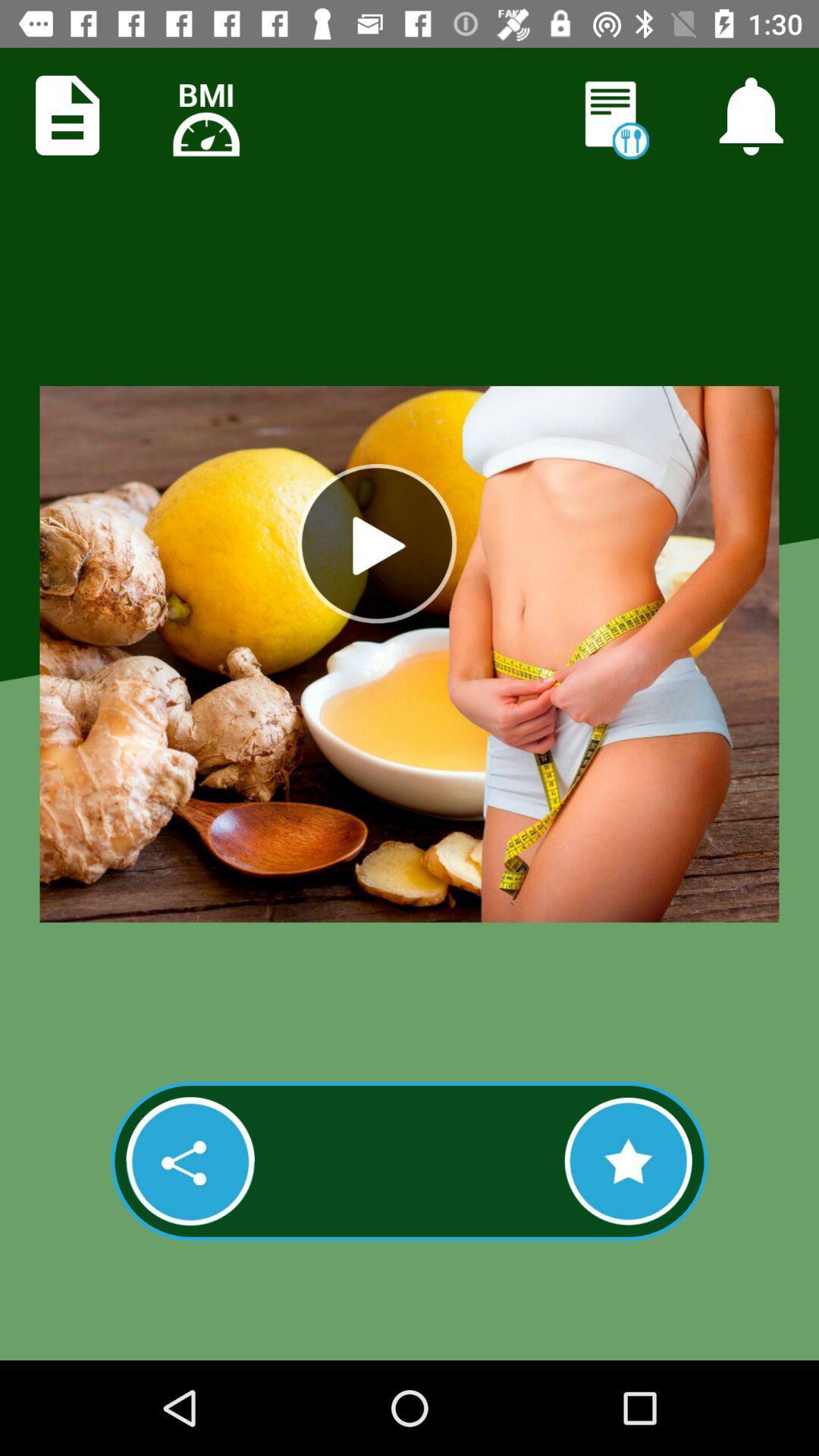  What do you see at coordinates (751, 115) in the screenshot?
I see `the notifications icon` at bounding box center [751, 115].